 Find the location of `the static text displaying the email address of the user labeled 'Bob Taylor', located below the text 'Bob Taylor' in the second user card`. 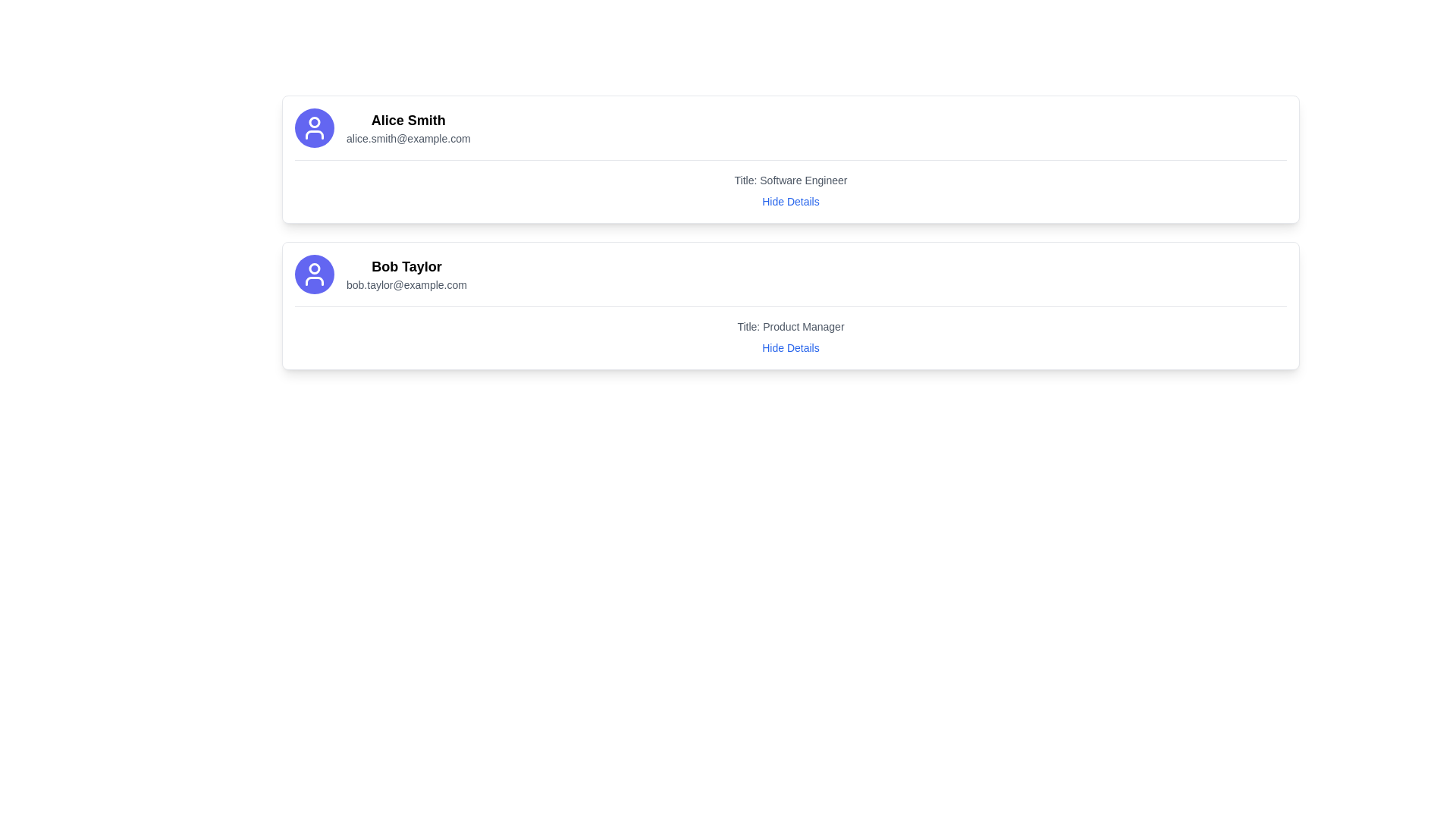

the static text displaying the email address of the user labeled 'Bob Taylor', located below the text 'Bob Taylor' in the second user card is located at coordinates (406, 284).